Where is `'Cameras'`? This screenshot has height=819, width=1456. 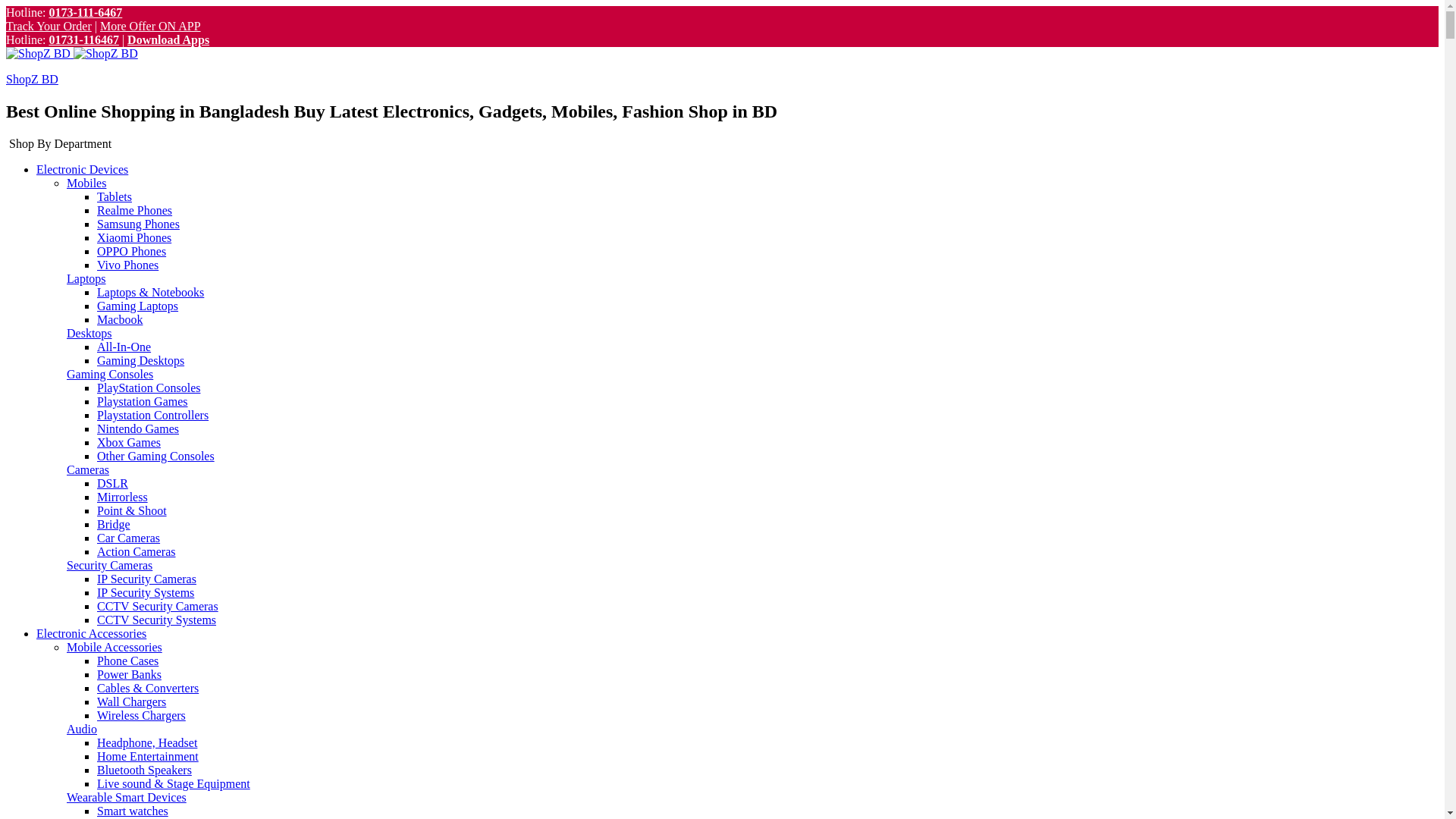
'Cameras' is located at coordinates (86, 469).